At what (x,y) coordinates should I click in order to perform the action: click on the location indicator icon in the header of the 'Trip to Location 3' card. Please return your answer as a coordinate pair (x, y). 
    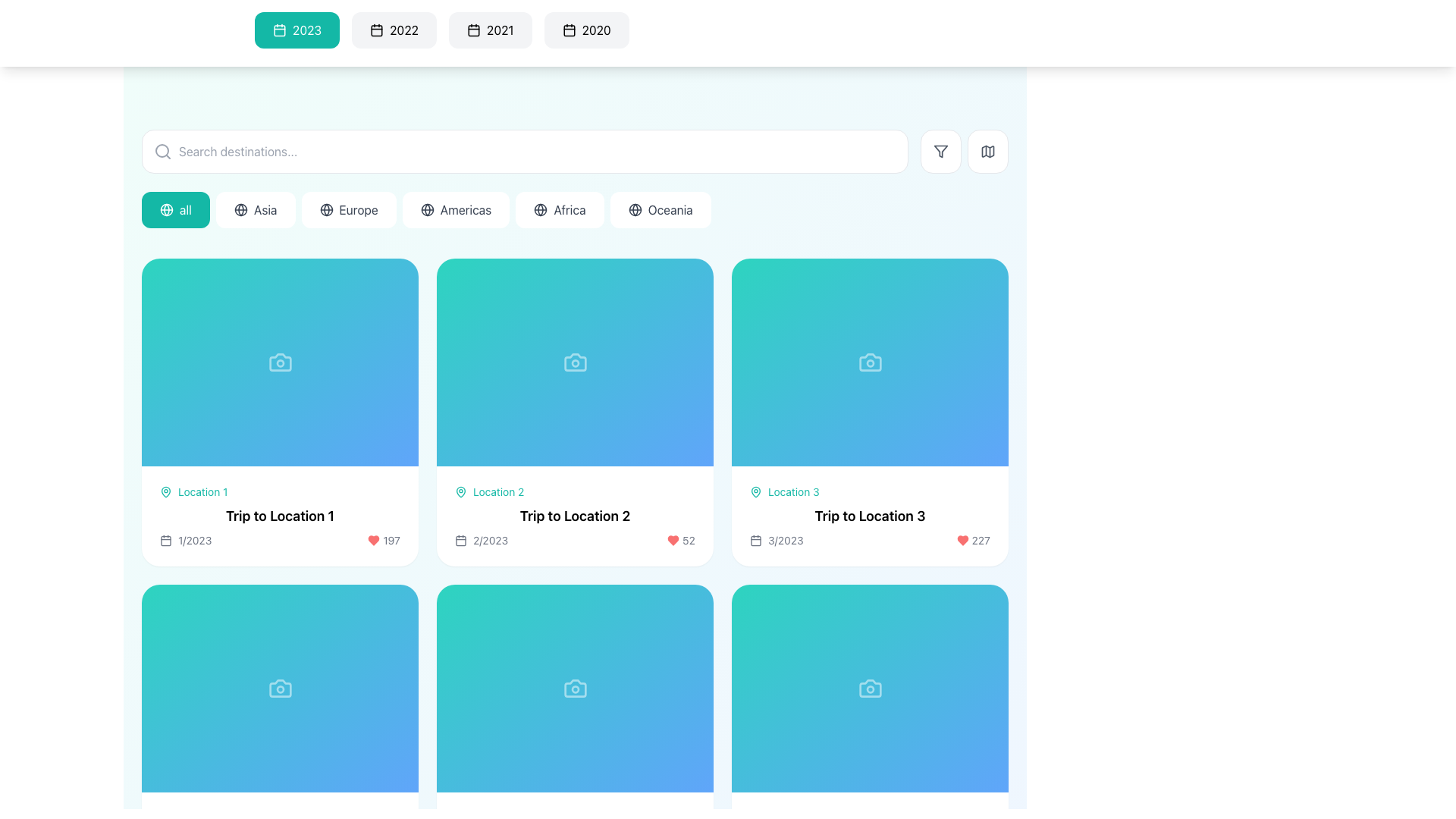
    Looking at the image, I should click on (756, 491).